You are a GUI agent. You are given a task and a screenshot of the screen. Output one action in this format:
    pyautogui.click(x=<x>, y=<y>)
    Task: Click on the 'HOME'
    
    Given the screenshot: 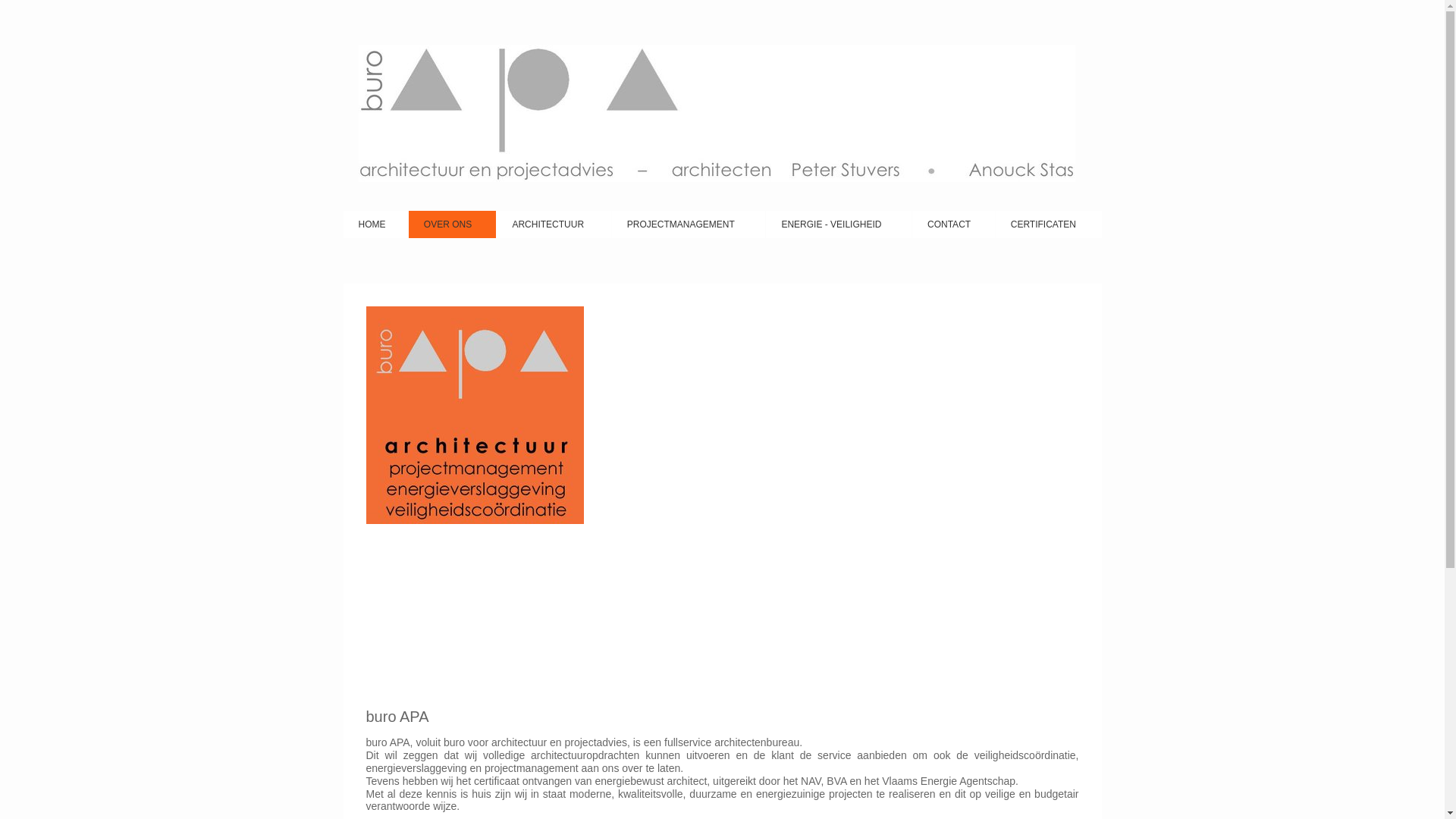 What is the action you would take?
    pyautogui.click(x=375, y=224)
    